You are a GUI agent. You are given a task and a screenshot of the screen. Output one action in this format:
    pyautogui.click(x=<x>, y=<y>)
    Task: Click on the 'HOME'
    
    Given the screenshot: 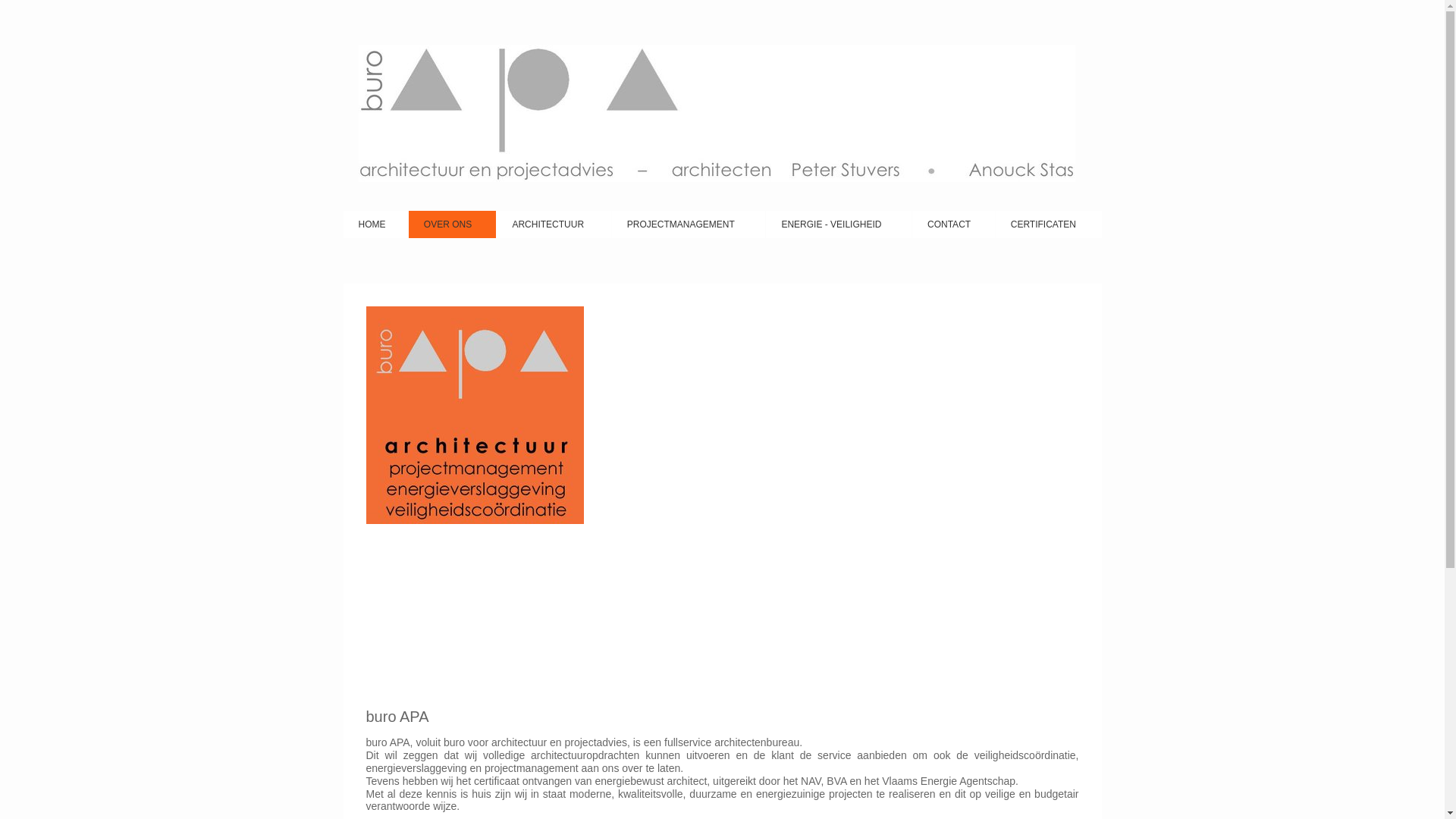 What is the action you would take?
    pyautogui.click(x=375, y=224)
    